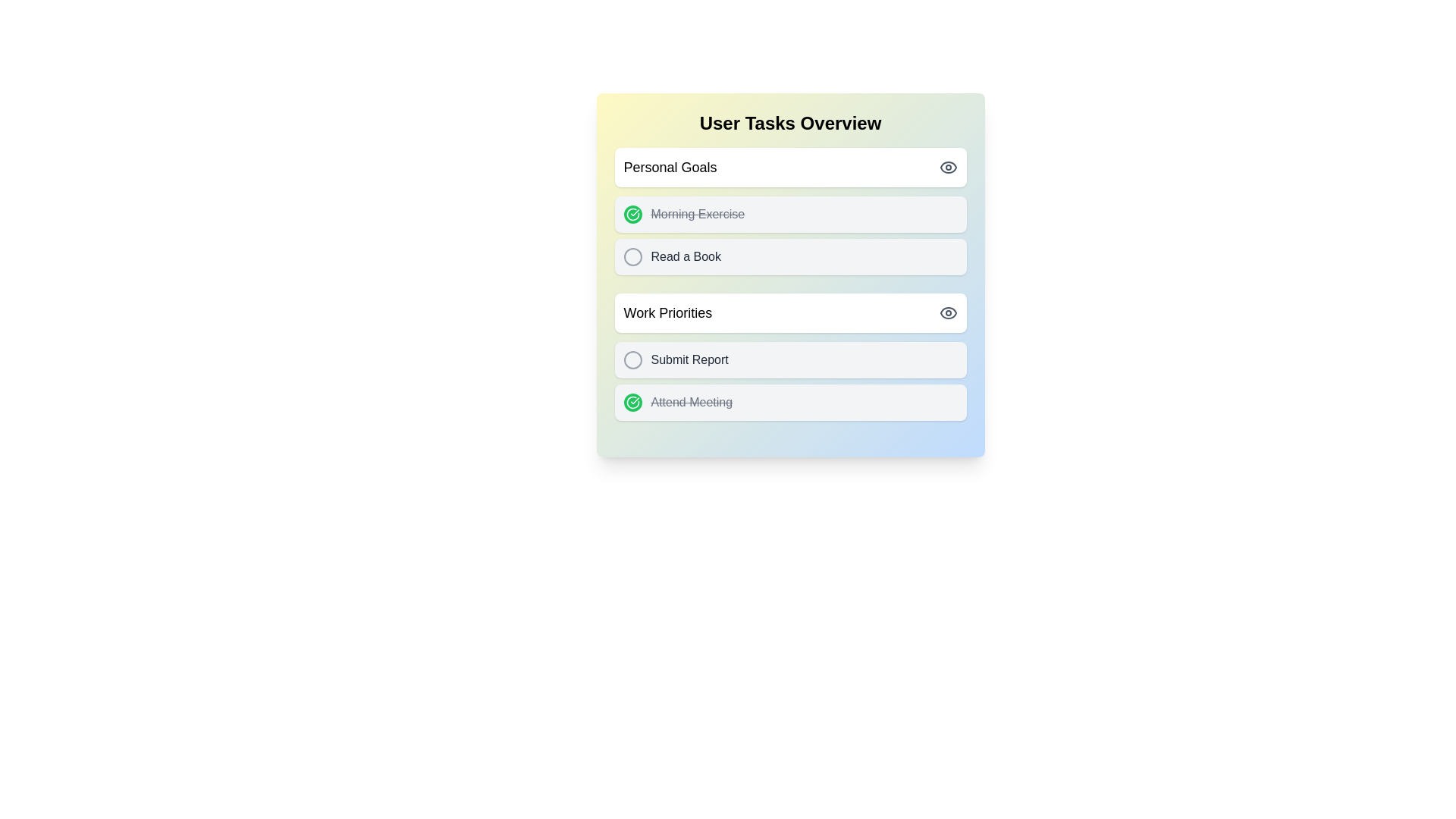 Image resolution: width=1456 pixels, height=819 pixels. Describe the element at coordinates (632, 256) in the screenshot. I see `the small circular toggle button located on the left side of the 'Read a Book' row in the 'Personal Goals' section` at that location.